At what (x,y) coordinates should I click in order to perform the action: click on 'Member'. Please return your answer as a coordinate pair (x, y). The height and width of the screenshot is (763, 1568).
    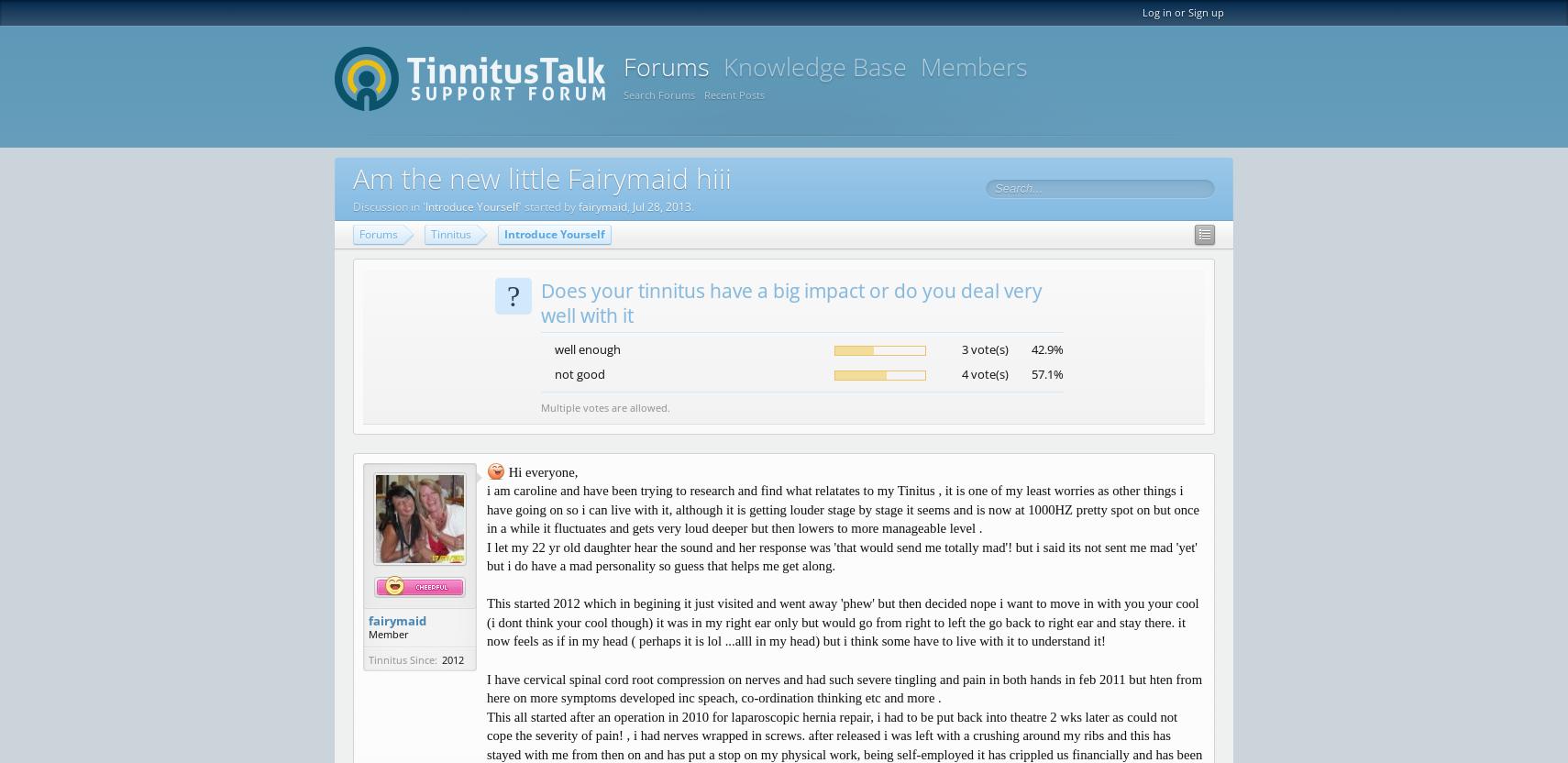
    Looking at the image, I should click on (388, 632).